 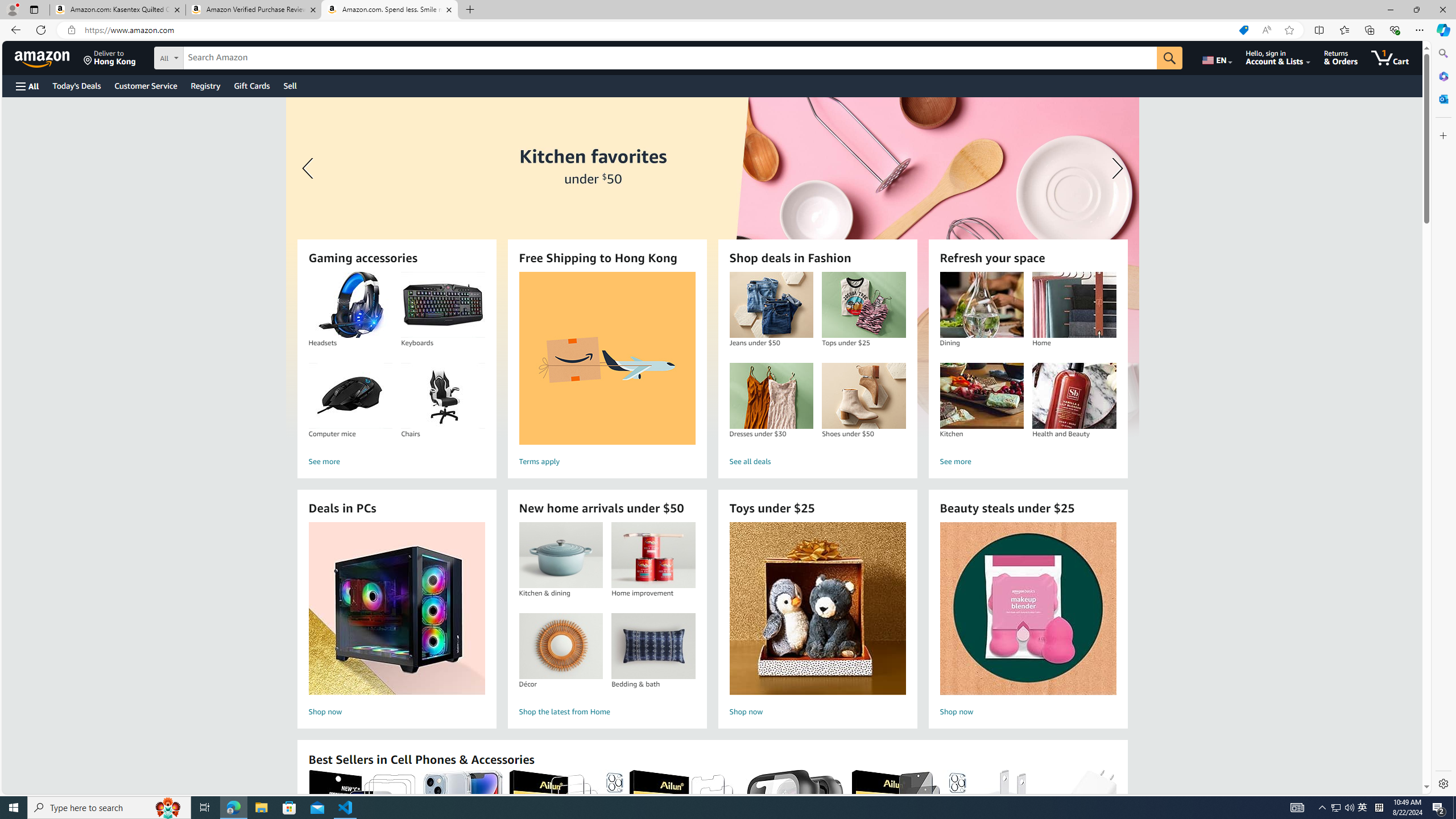 What do you see at coordinates (652, 646) in the screenshot?
I see `'Bedding & bath'` at bounding box center [652, 646].